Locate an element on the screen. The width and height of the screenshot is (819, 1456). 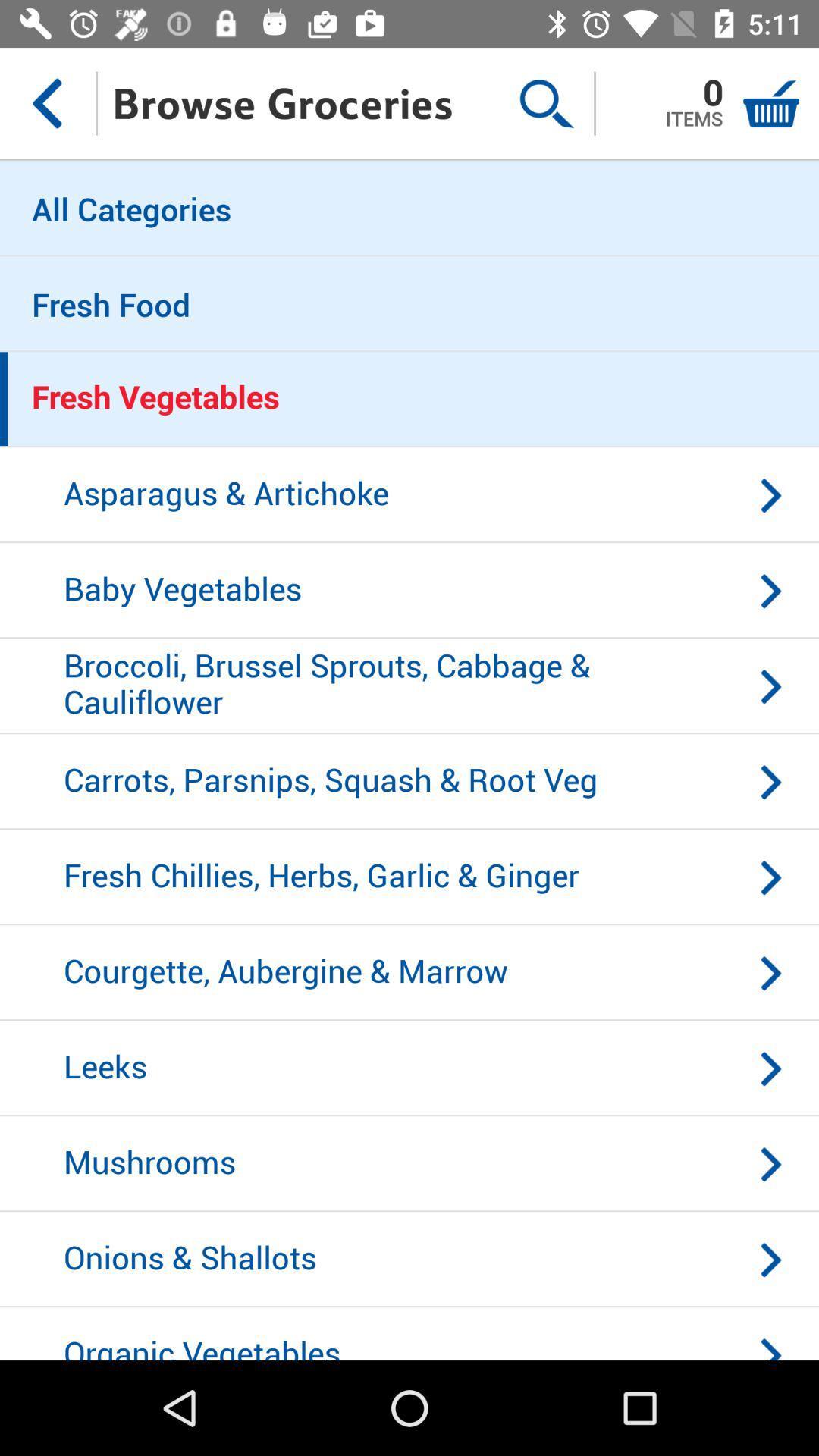
courgette, aubergine & marrow icon is located at coordinates (409, 973).